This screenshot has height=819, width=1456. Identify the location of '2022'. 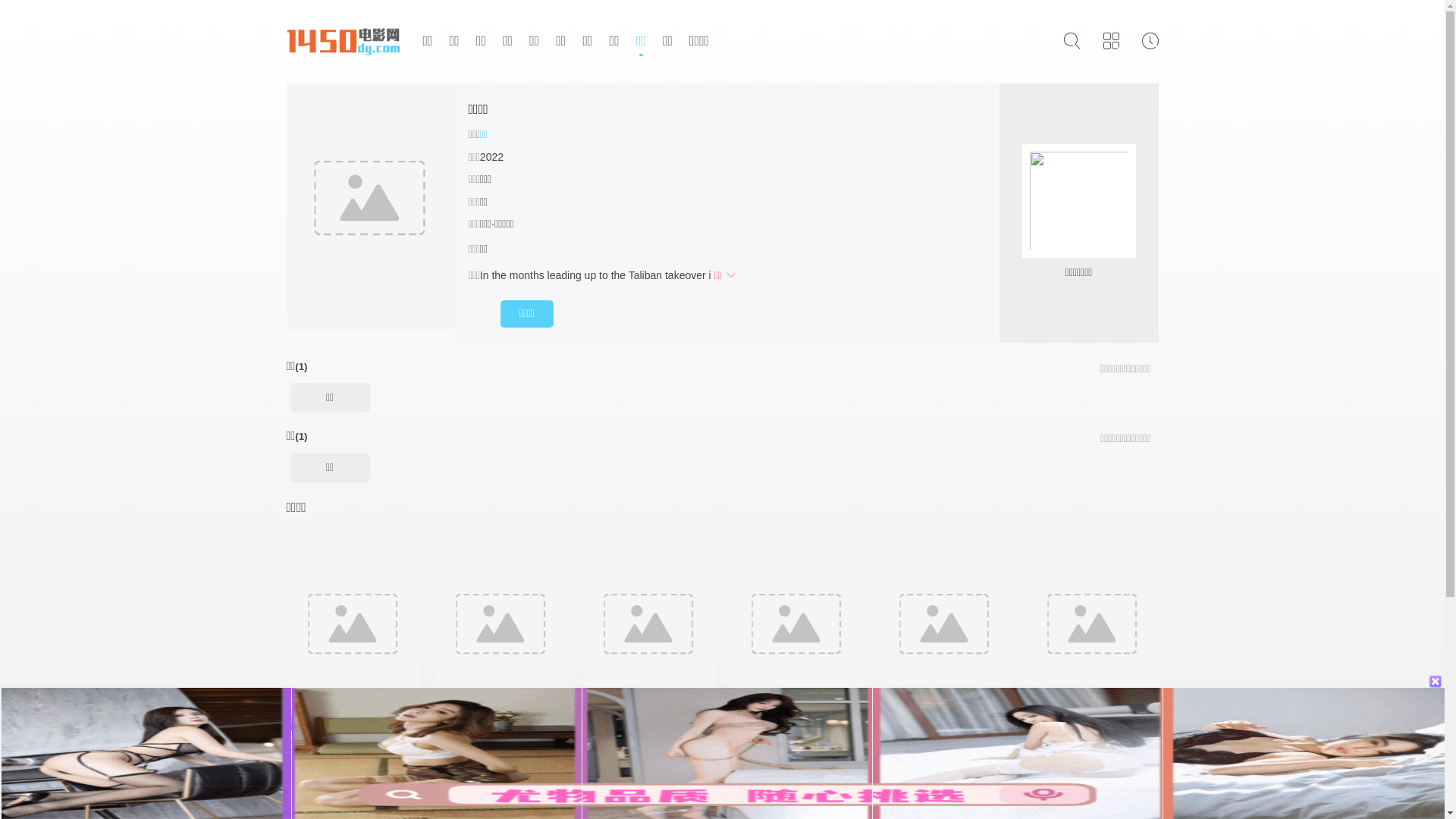
(491, 157).